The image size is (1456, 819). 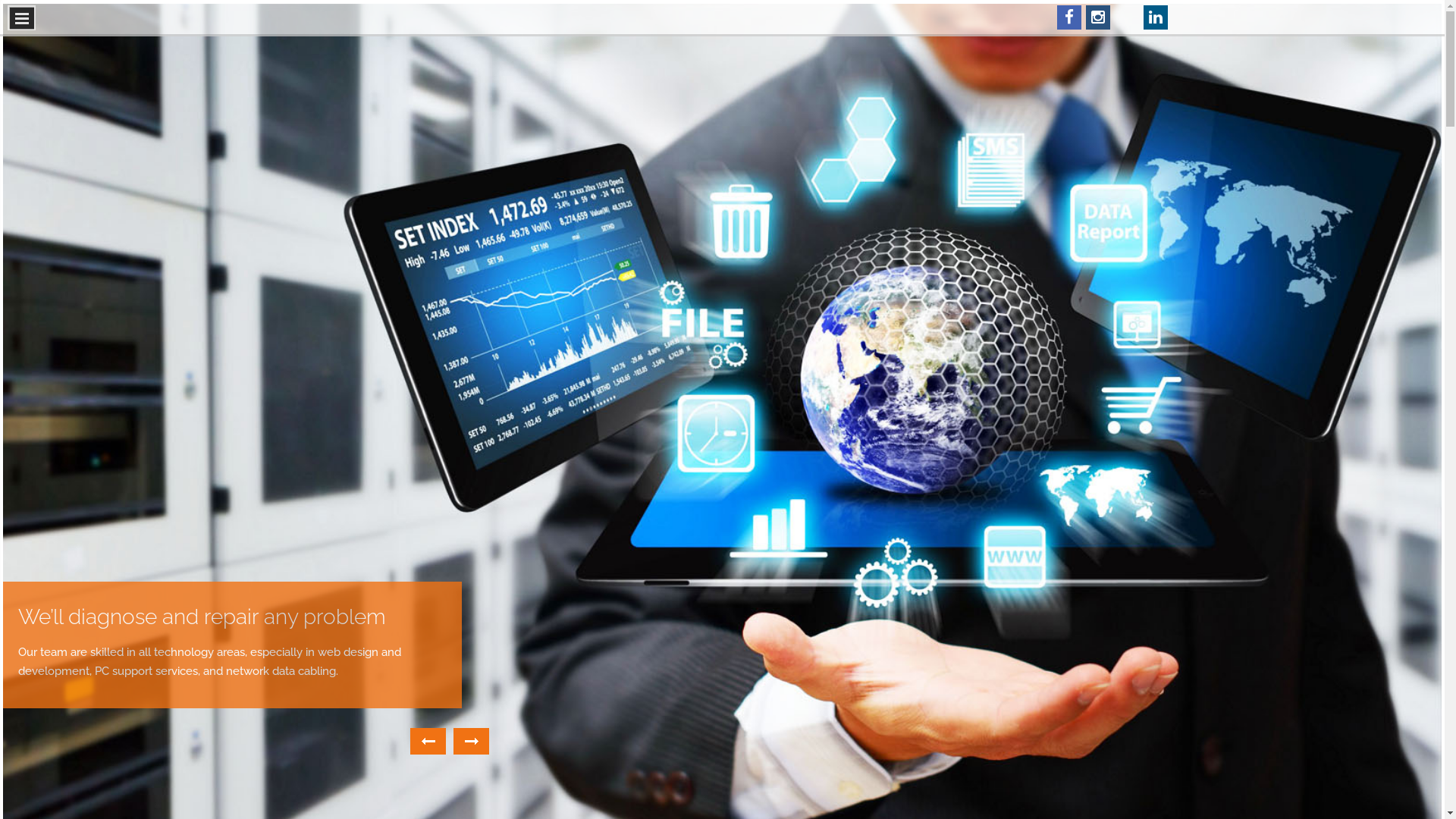 I want to click on 'Facebook', so click(x=1068, y=17).